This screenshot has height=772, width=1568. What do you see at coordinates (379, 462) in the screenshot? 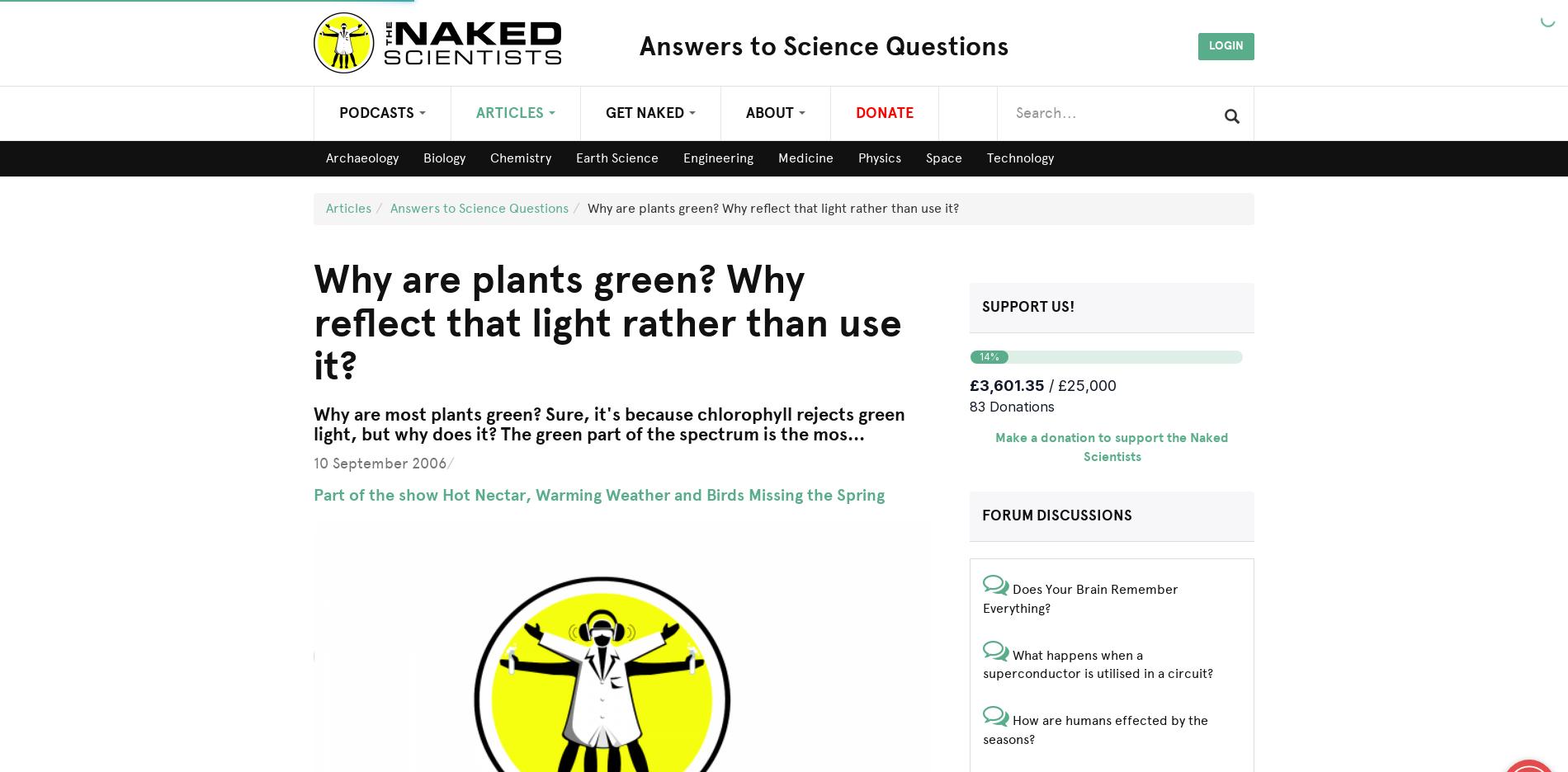
I see `'10 September 2006'` at bounding box center [379, 462].